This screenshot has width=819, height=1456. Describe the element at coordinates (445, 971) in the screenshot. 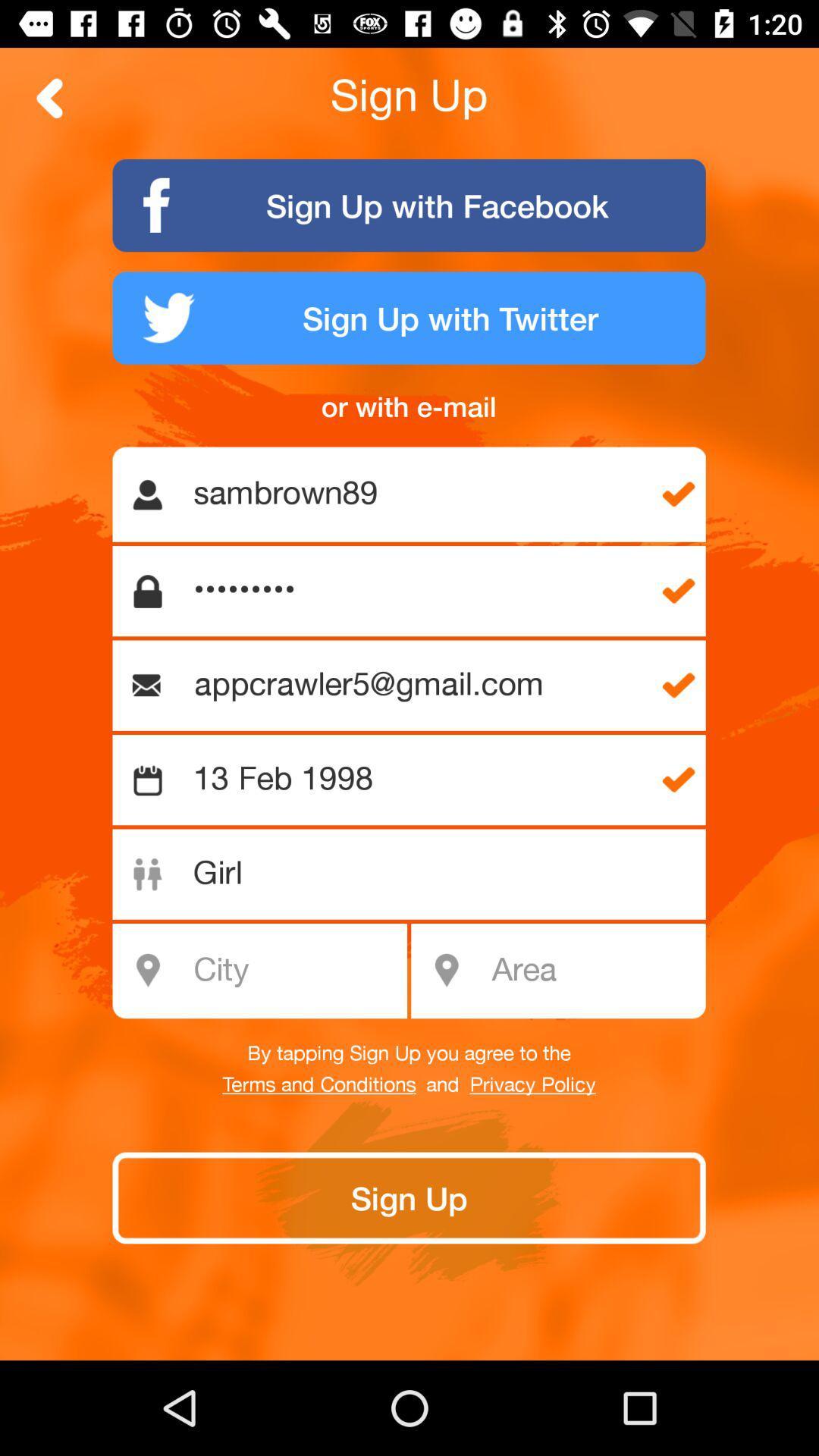

I see `the location icon on the web page` at that location.